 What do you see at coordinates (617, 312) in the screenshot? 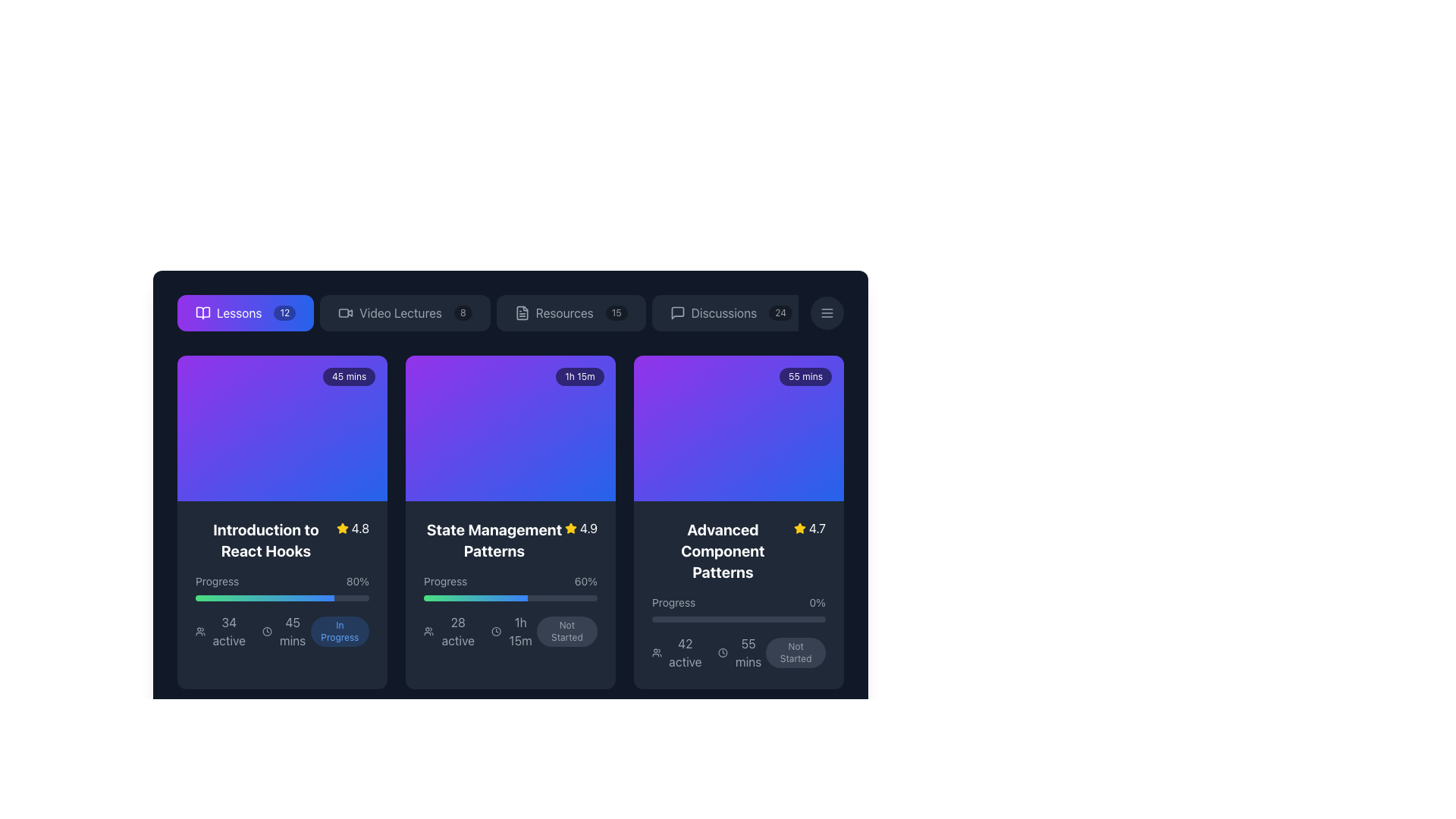
I see `displayed number '15' on the small badge-like component with a rounded rectangular shape, located within the 'Resources' navigation menu` at bounding box center [617, 312].